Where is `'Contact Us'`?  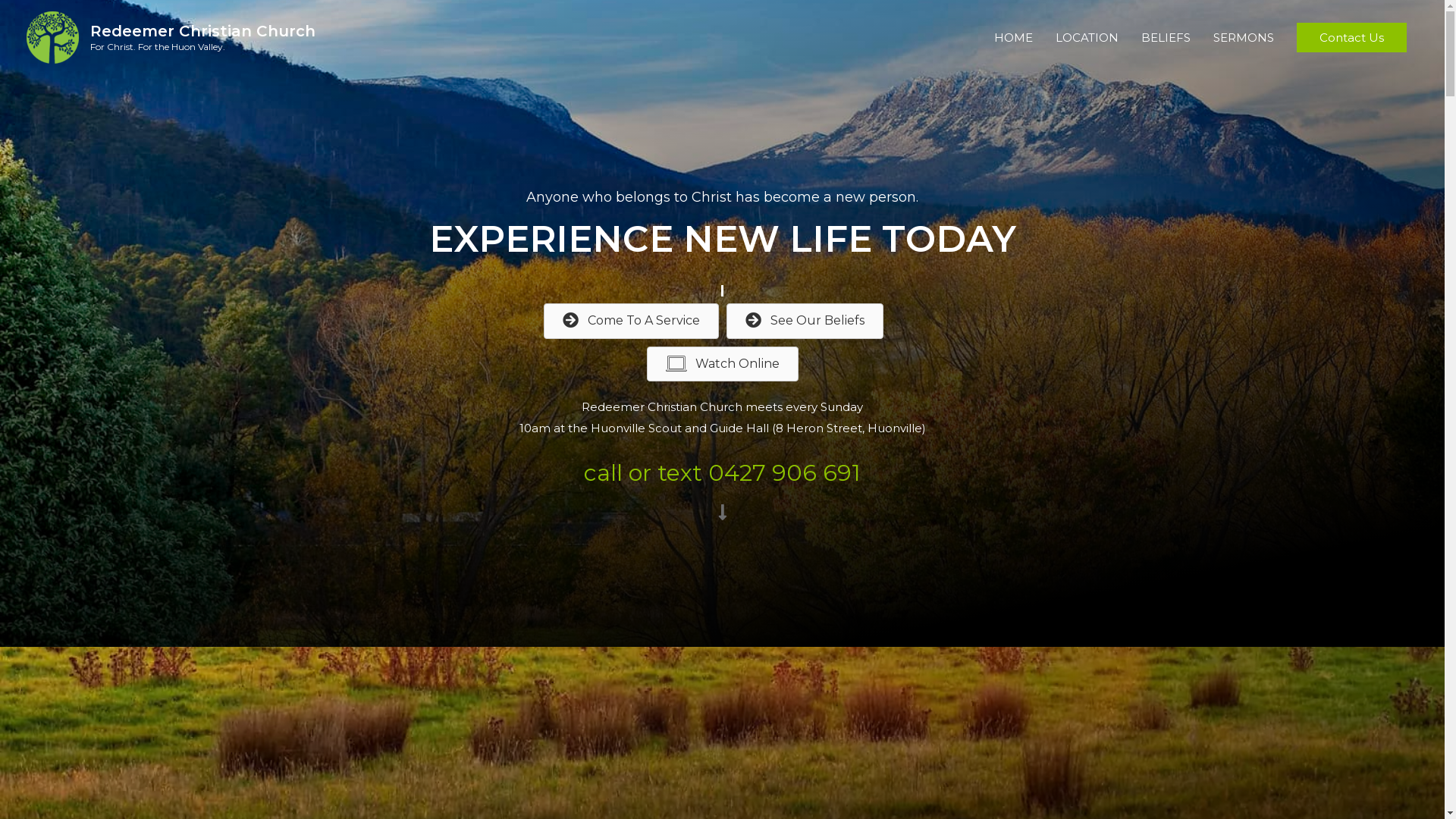 'Contact Us' is located at coordinates (1351, 37).